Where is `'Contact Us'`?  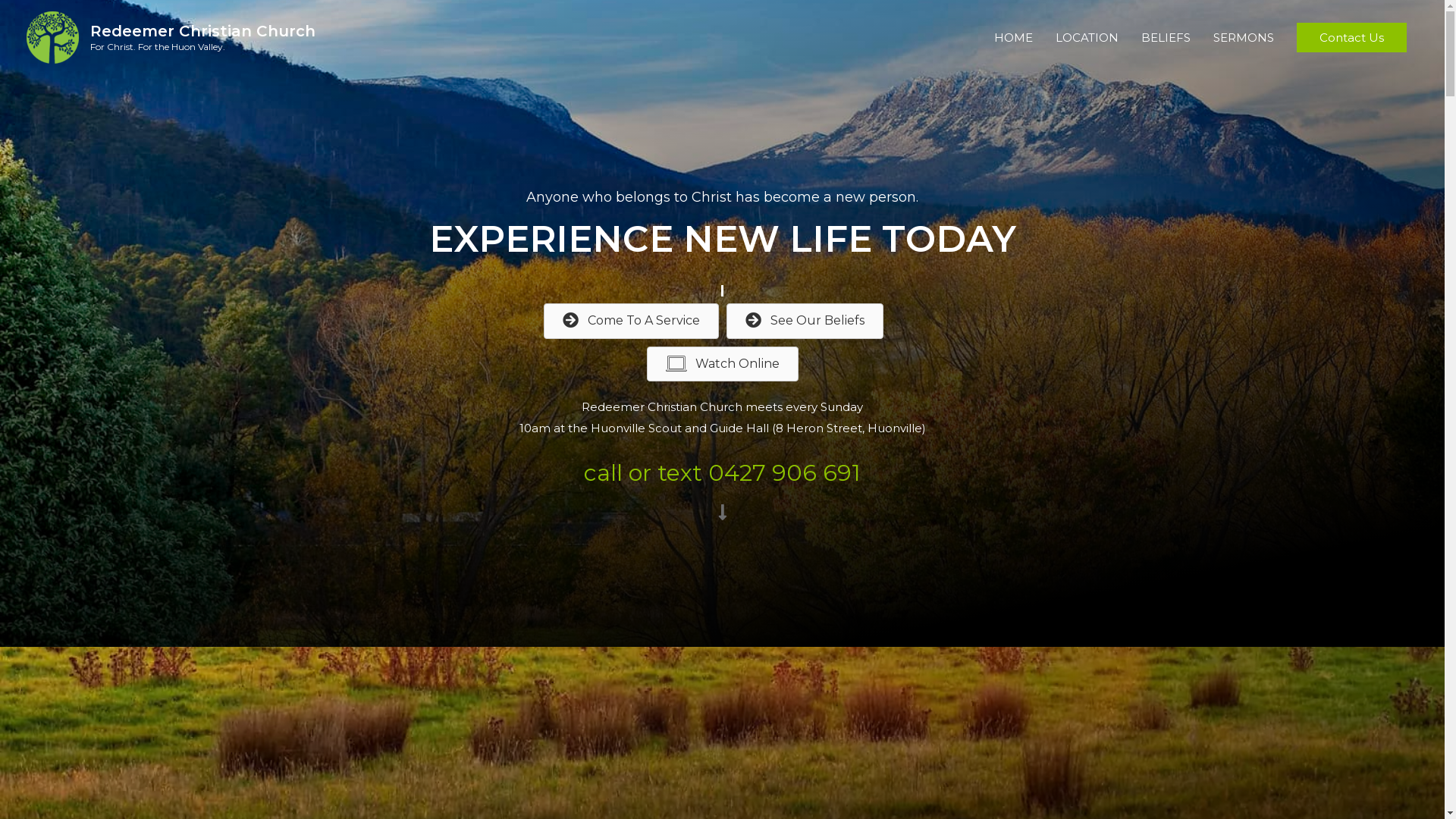 'Contact Us' is located at coordinates (1351, 37).